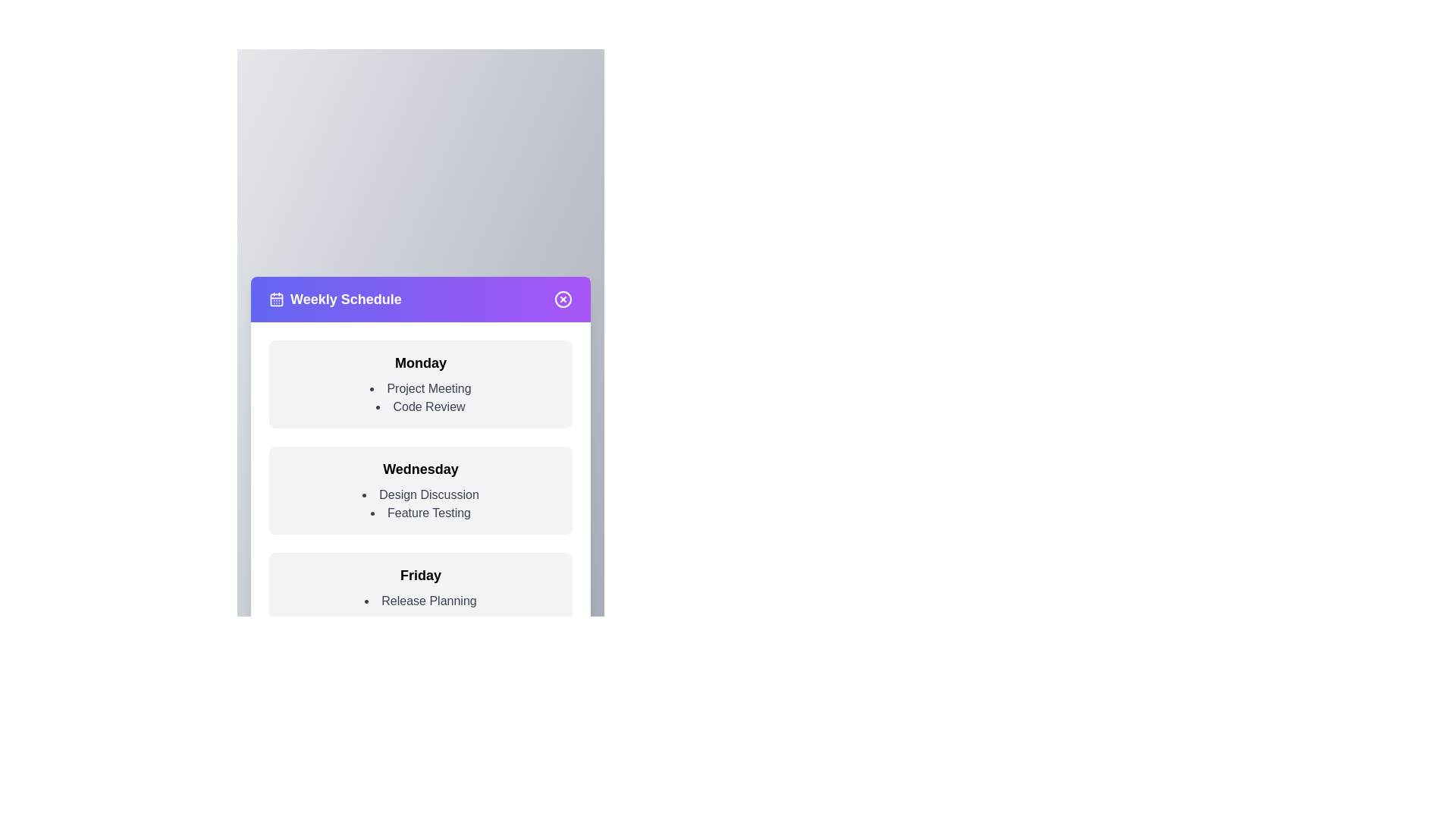 This screenshot has height=819, width=1456. What do you see at coordinates (276, 299) in the screenshot?
I see `the calendar icon next to the Weekly Schedule title` at bounding box center [276, 299].